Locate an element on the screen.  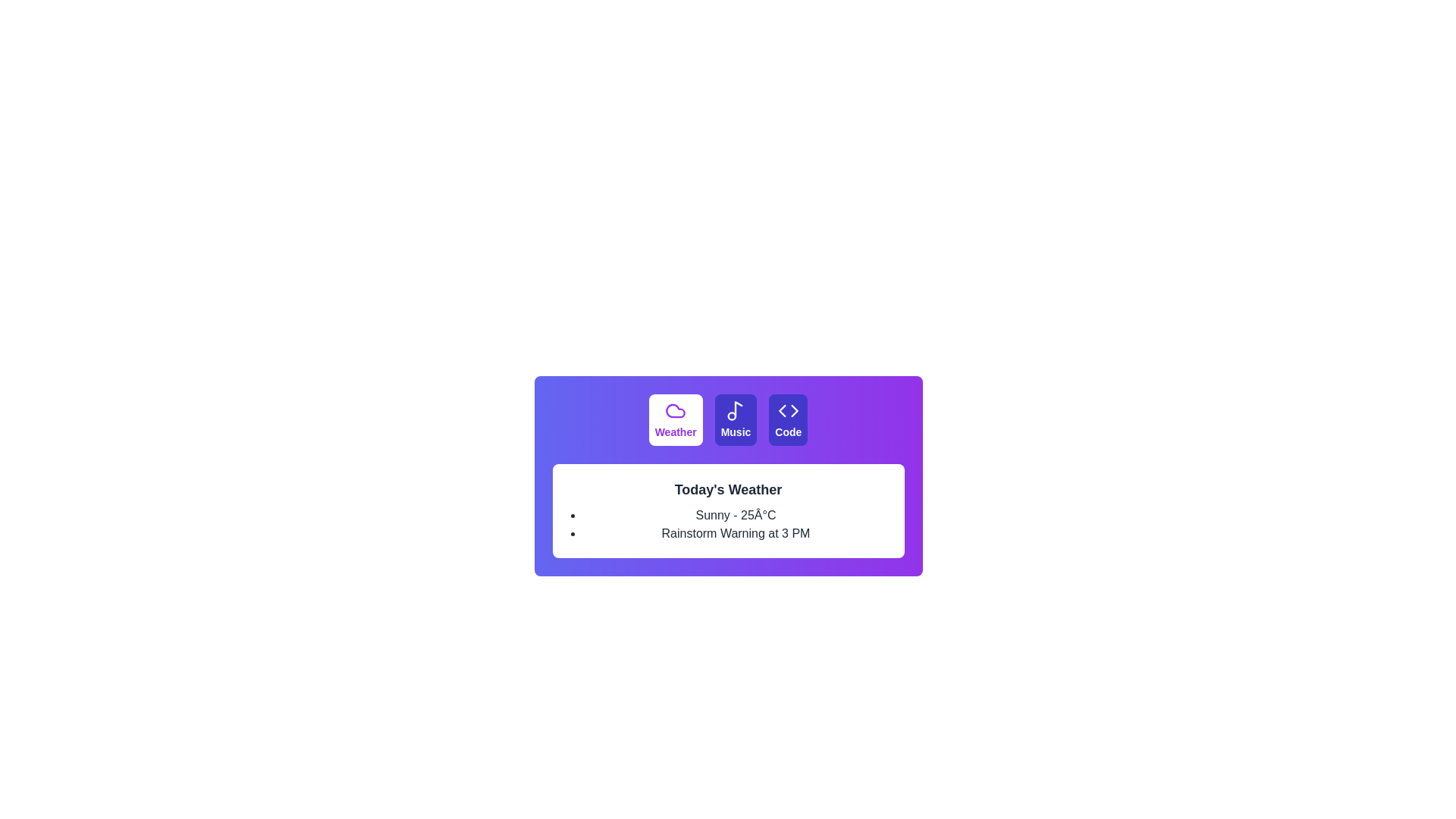
information from the text label displaying 'Rainstorm Warning at 3 PM', which is the second item in a bulleted list under 'Today's Weather' is located at coordinates (736, 533).